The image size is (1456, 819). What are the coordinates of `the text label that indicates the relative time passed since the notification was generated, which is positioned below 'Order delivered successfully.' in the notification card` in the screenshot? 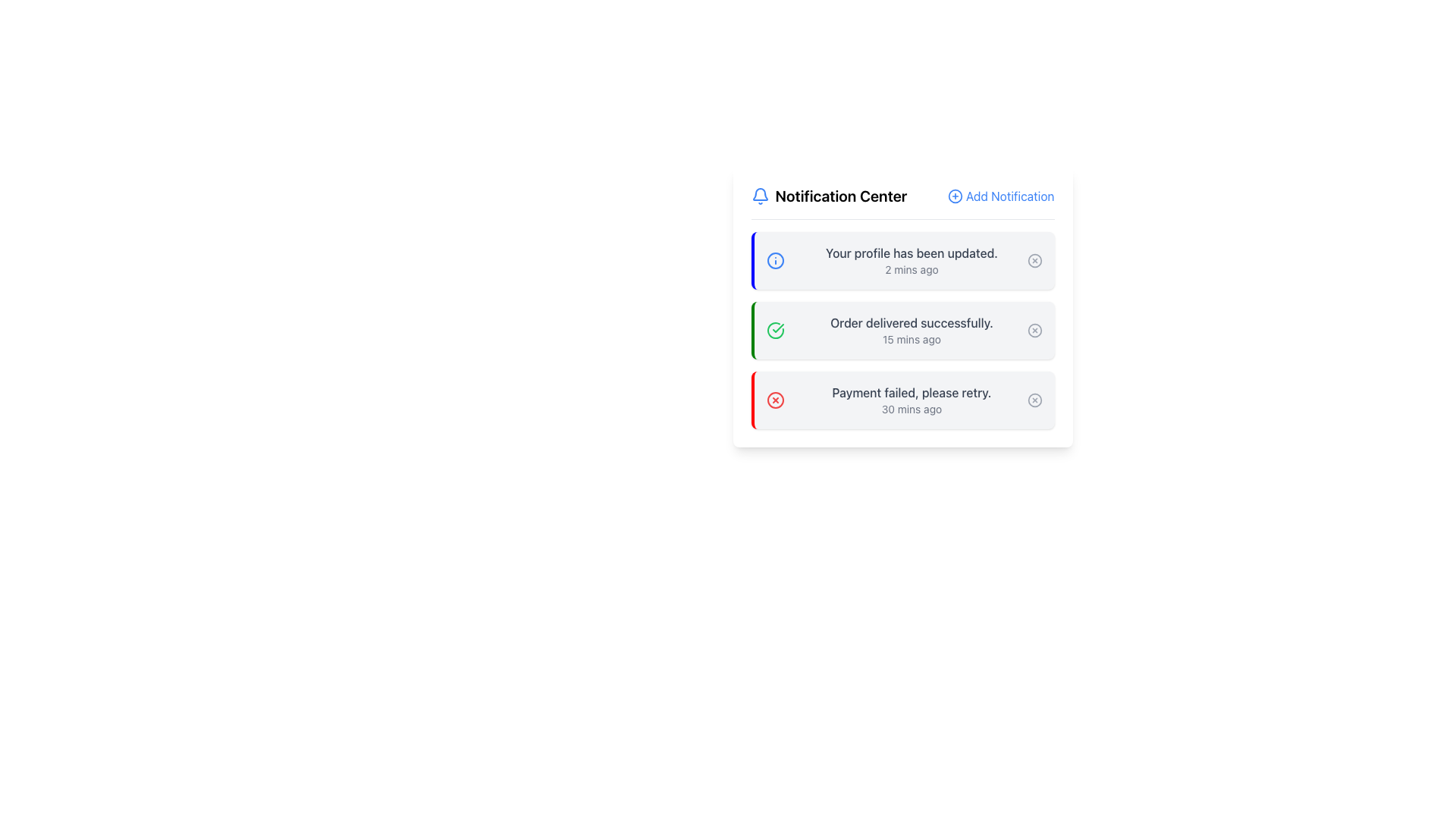 It's located at (911, 338).